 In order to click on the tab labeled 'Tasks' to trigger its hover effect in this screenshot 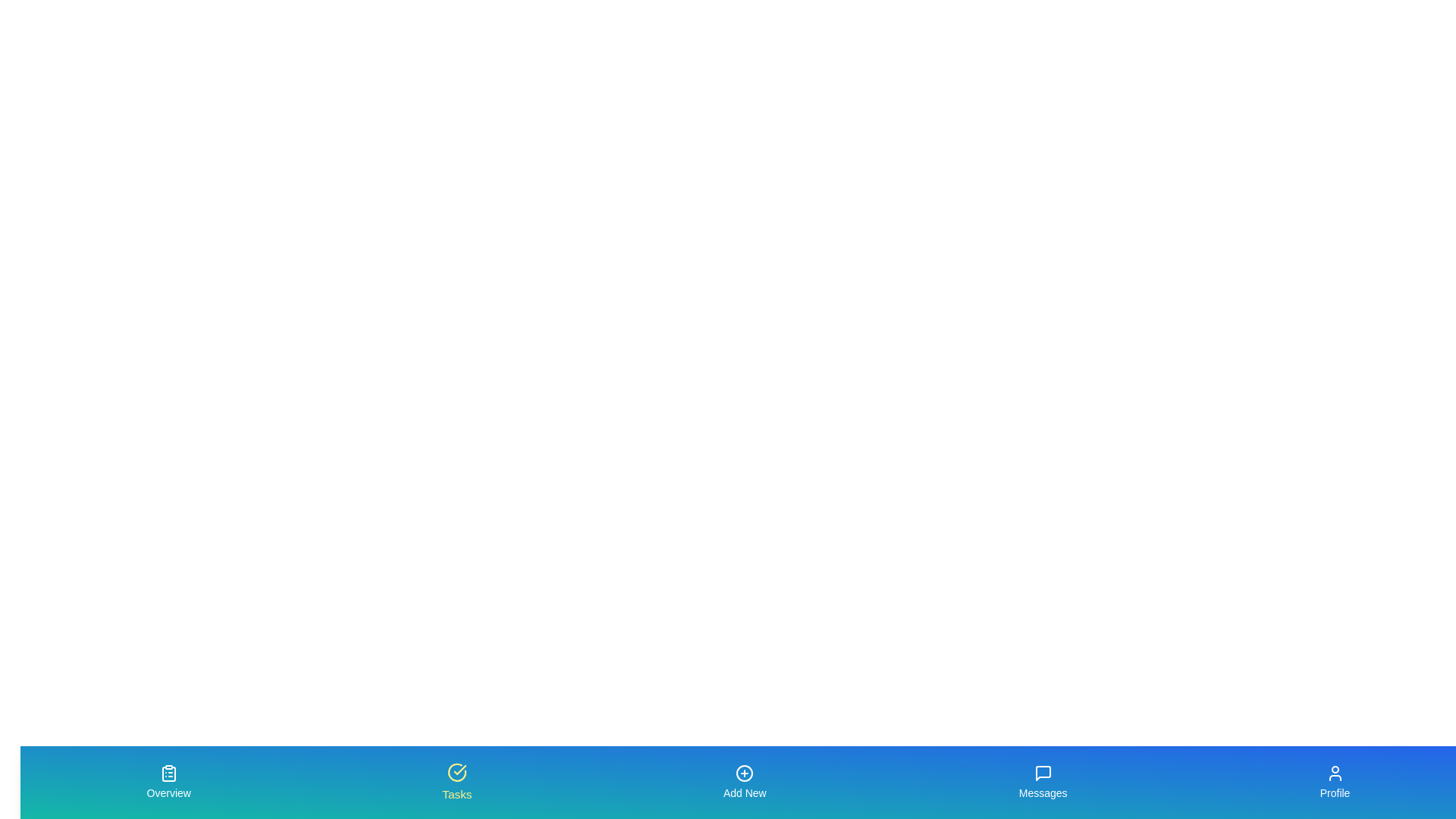, I will do `click(456, 783)`.